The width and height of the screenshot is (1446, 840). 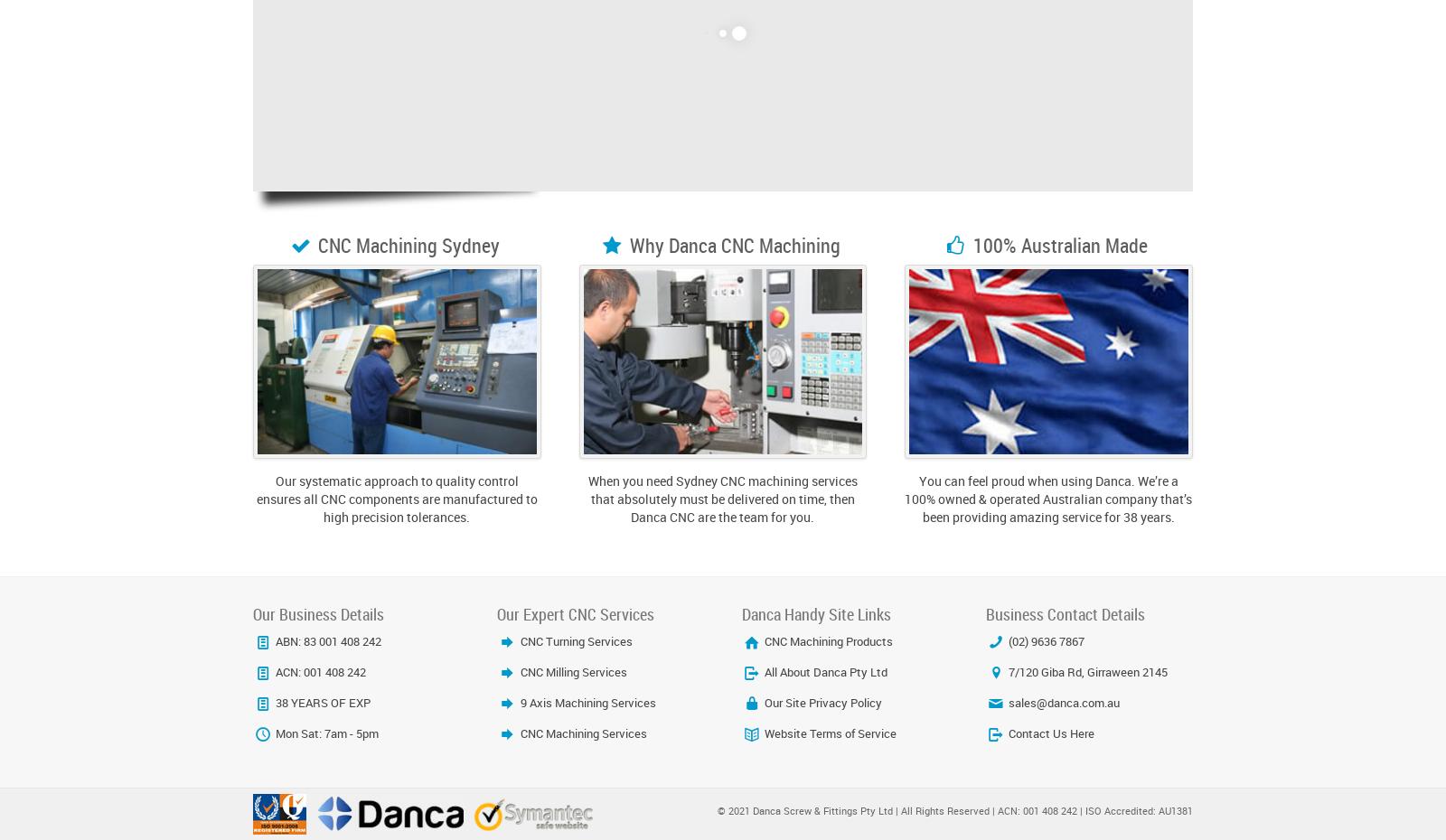 What do you see at coordinates (903, 498) in the screenshot?
I see `'You can feel proud when using Danca. We’re a 100% owned & operated Australian company that’s been providing amazing service for 38 years.'` at bounding box center [903, 498].